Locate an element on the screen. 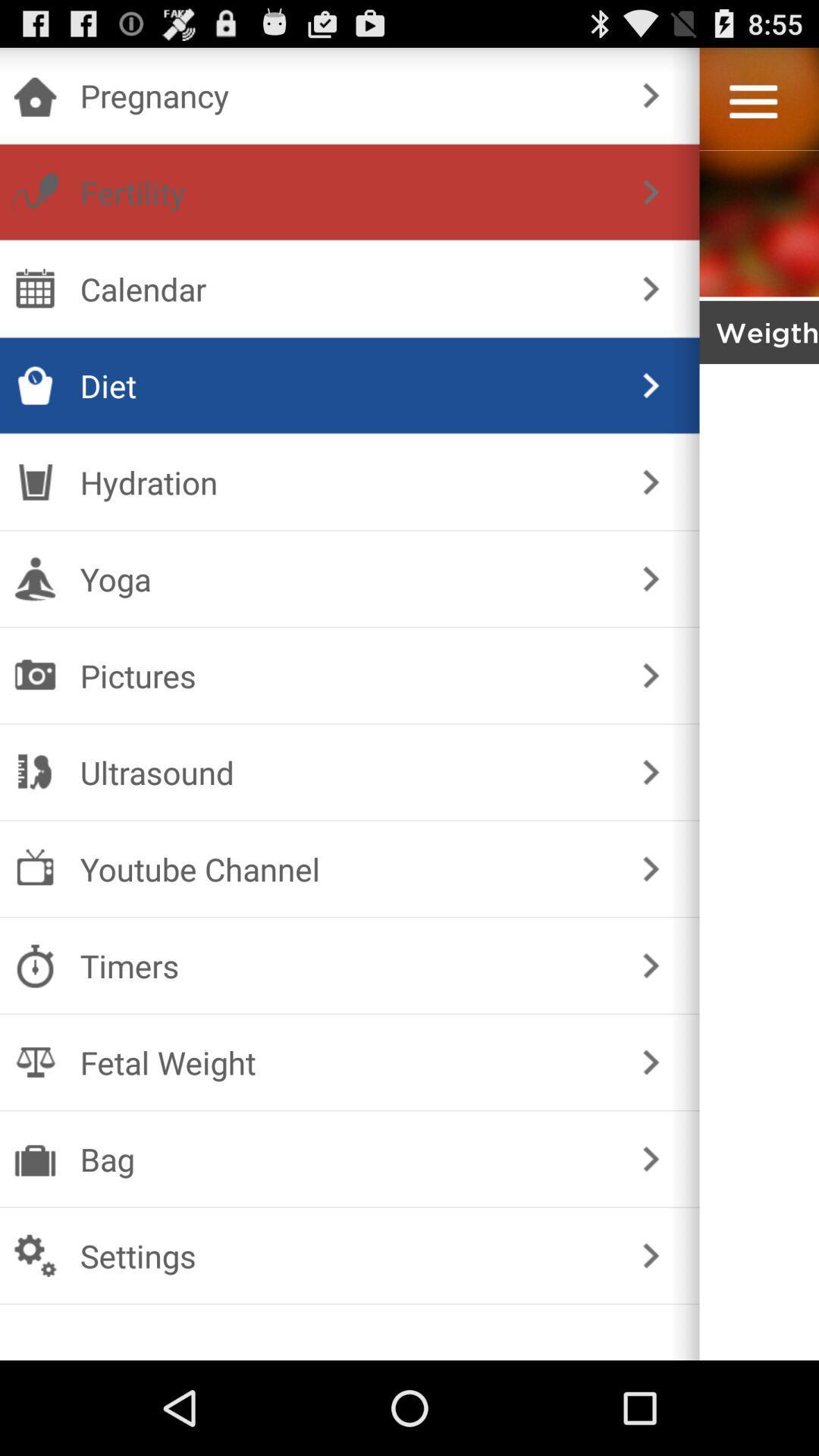 The image size is (819, 1456). the checkbox above the bag item is located at coordinates (347, 1062).